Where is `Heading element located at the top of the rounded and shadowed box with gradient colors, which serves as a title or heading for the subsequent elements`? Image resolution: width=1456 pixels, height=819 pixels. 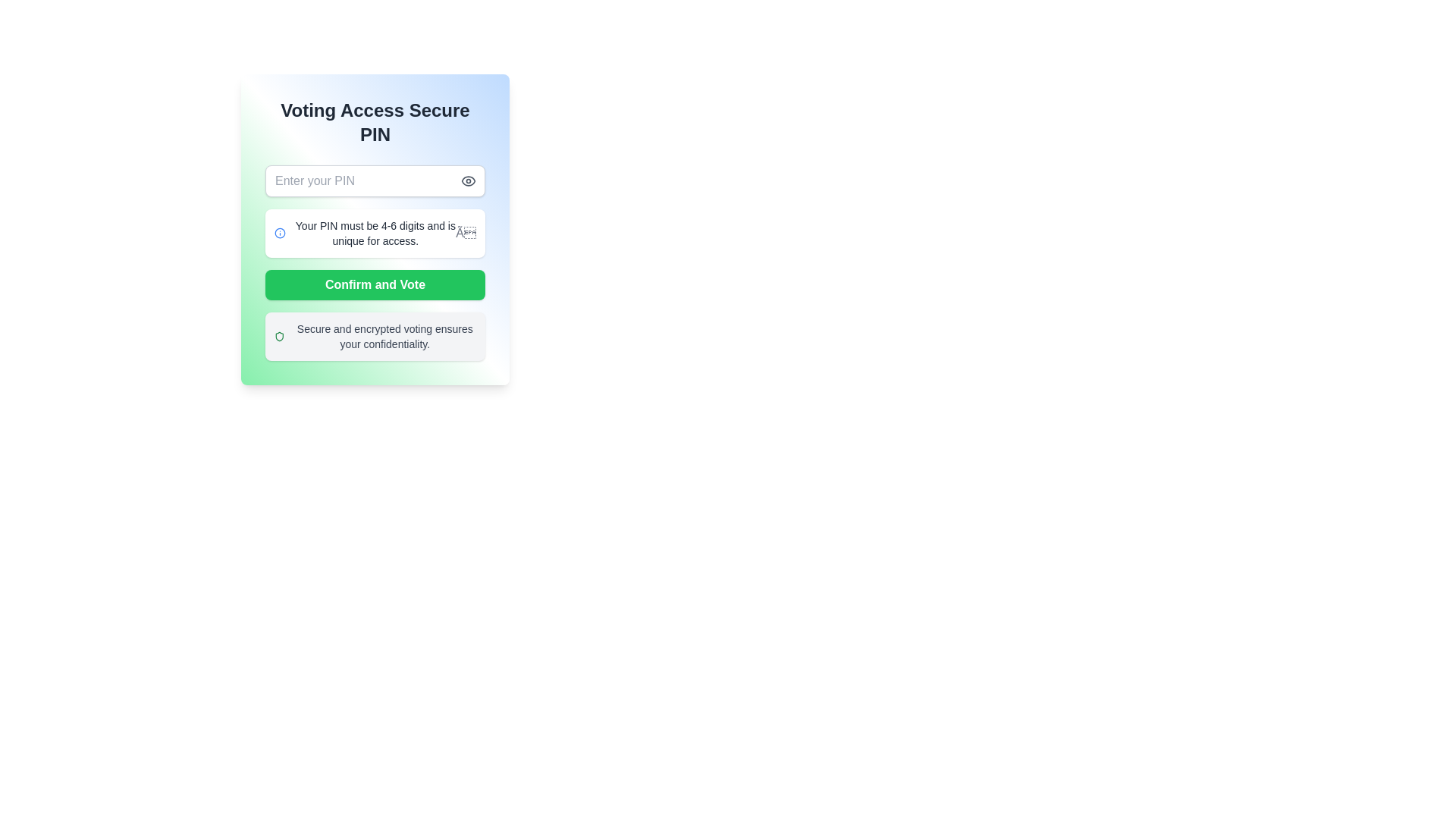
Heading element located at the top of the rounded and shadowed box with gradient colors, which serves as a title or heading for the subsequent elements is located at coordinates (375, 122).